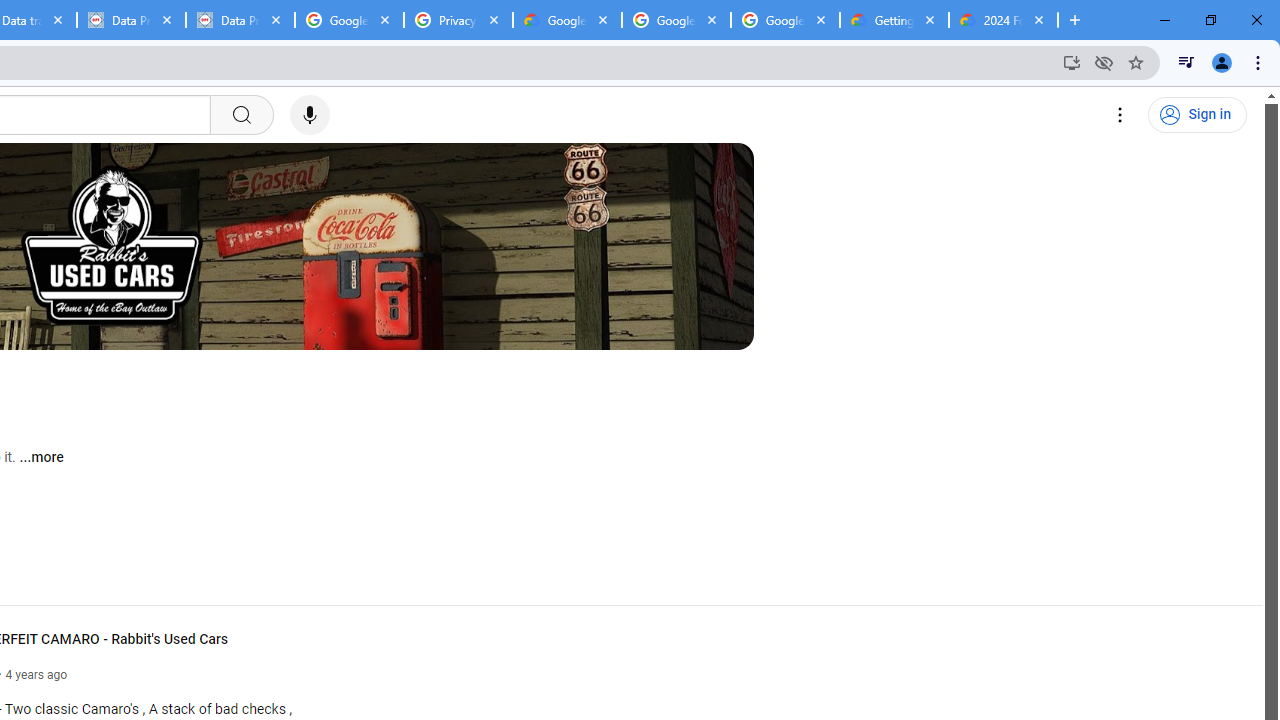 This screenshot has width=1280, height=720. What do you see at coordinates (566, 20) in the screenshot?
I see `'Google Cloud Terms Directory | Google Cloud'` at bounding box center [566, 20].